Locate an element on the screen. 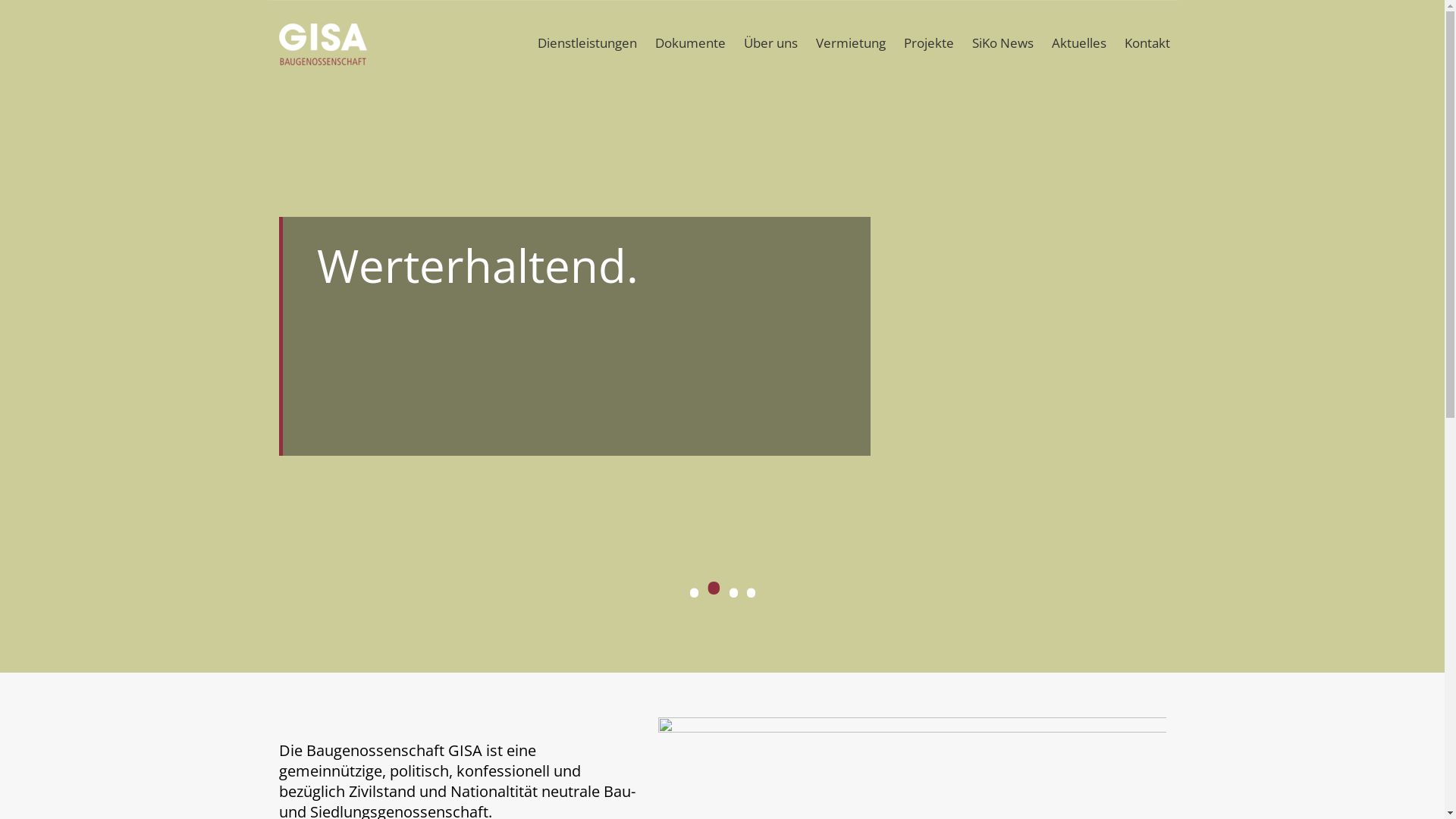  'Vermietung' is located at coordinates (851, 42).